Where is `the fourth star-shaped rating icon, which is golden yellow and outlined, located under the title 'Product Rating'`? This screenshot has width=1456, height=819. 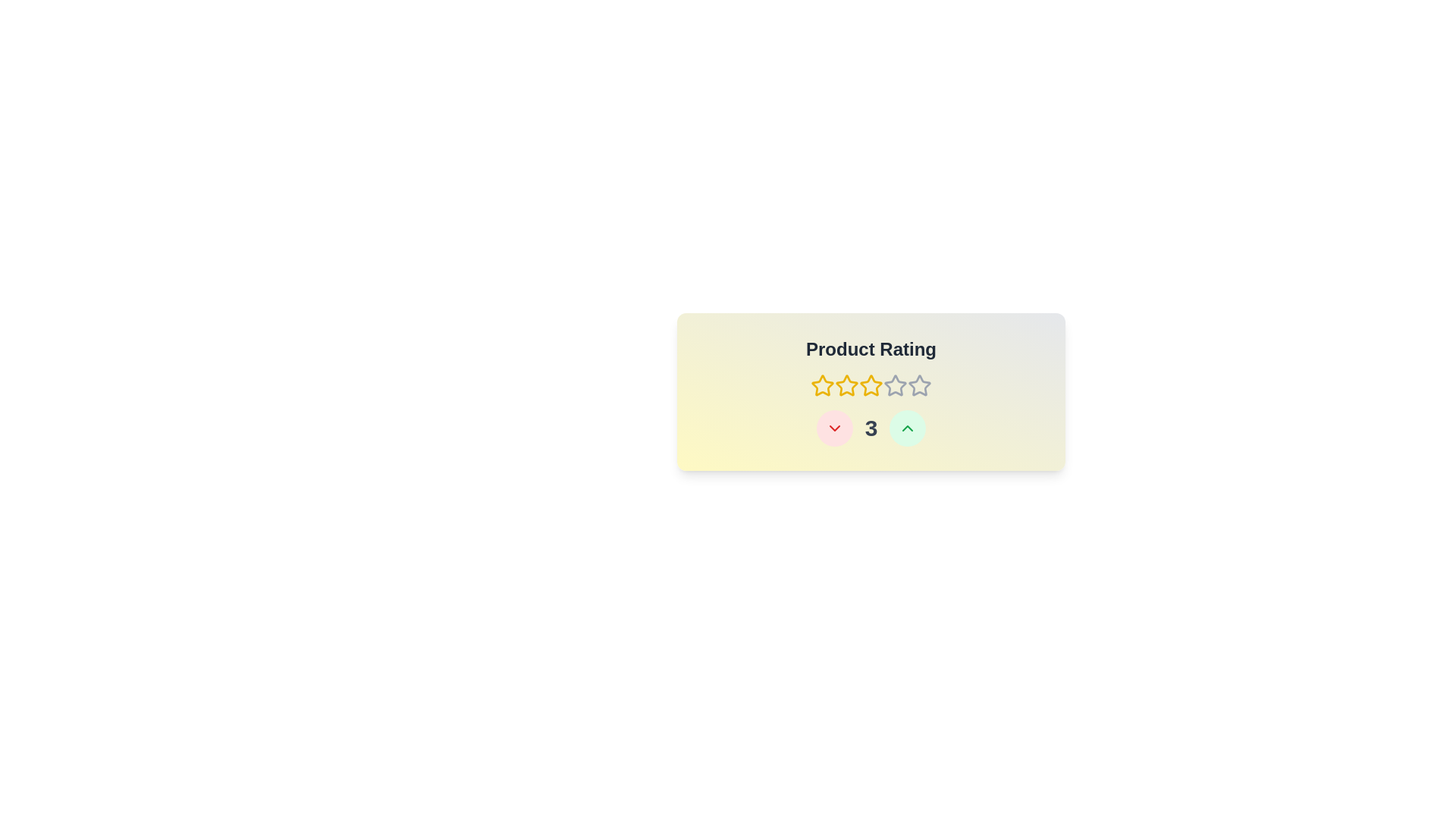
the fourth star-shaped rating icon, which is golden yellow and outlined, located under the title 'Product Rating' is located at coordinates (871, 385).